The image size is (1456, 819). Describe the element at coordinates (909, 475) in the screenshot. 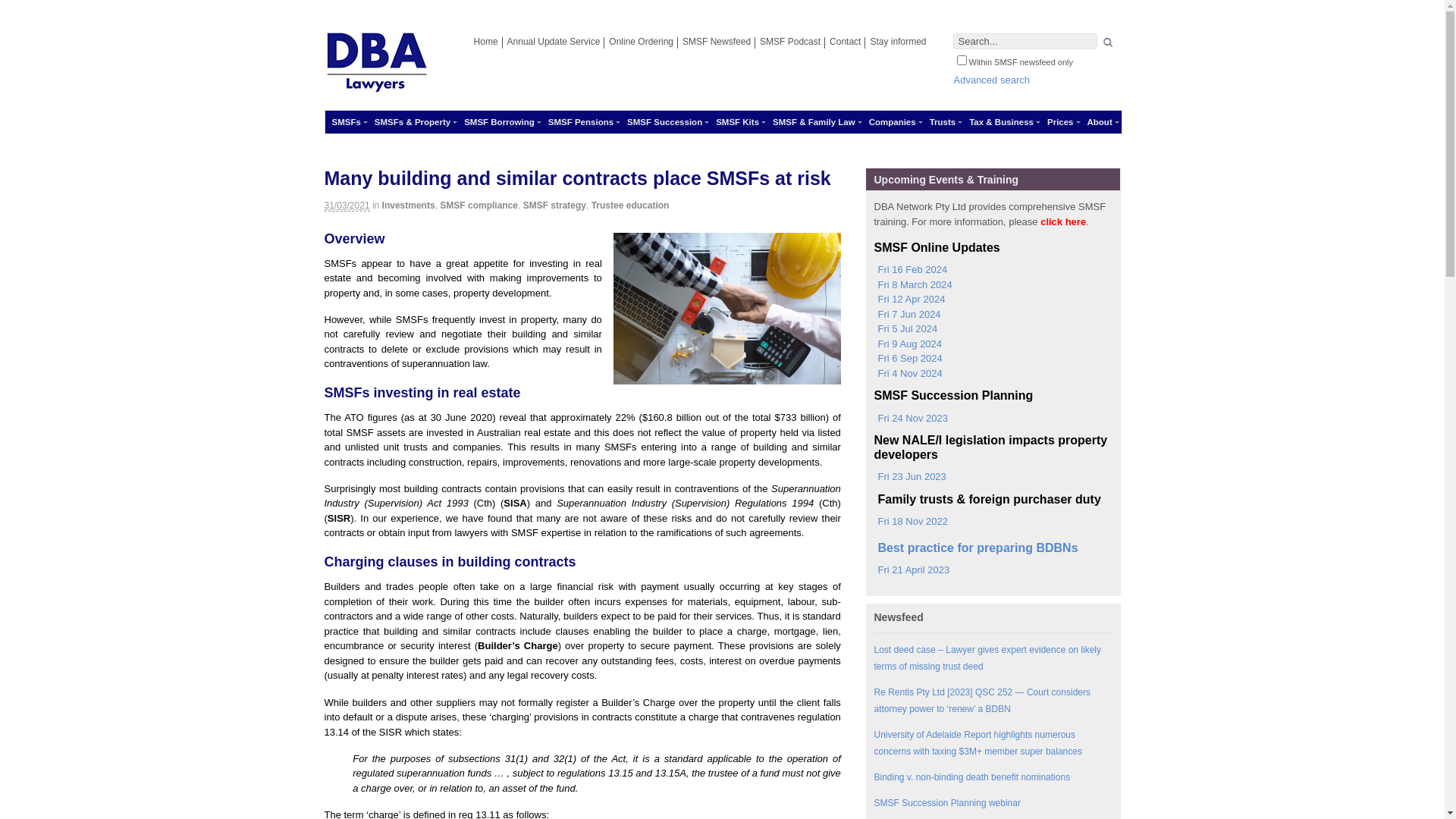

I see `'Fri 23 Jun 2023'` at that location.